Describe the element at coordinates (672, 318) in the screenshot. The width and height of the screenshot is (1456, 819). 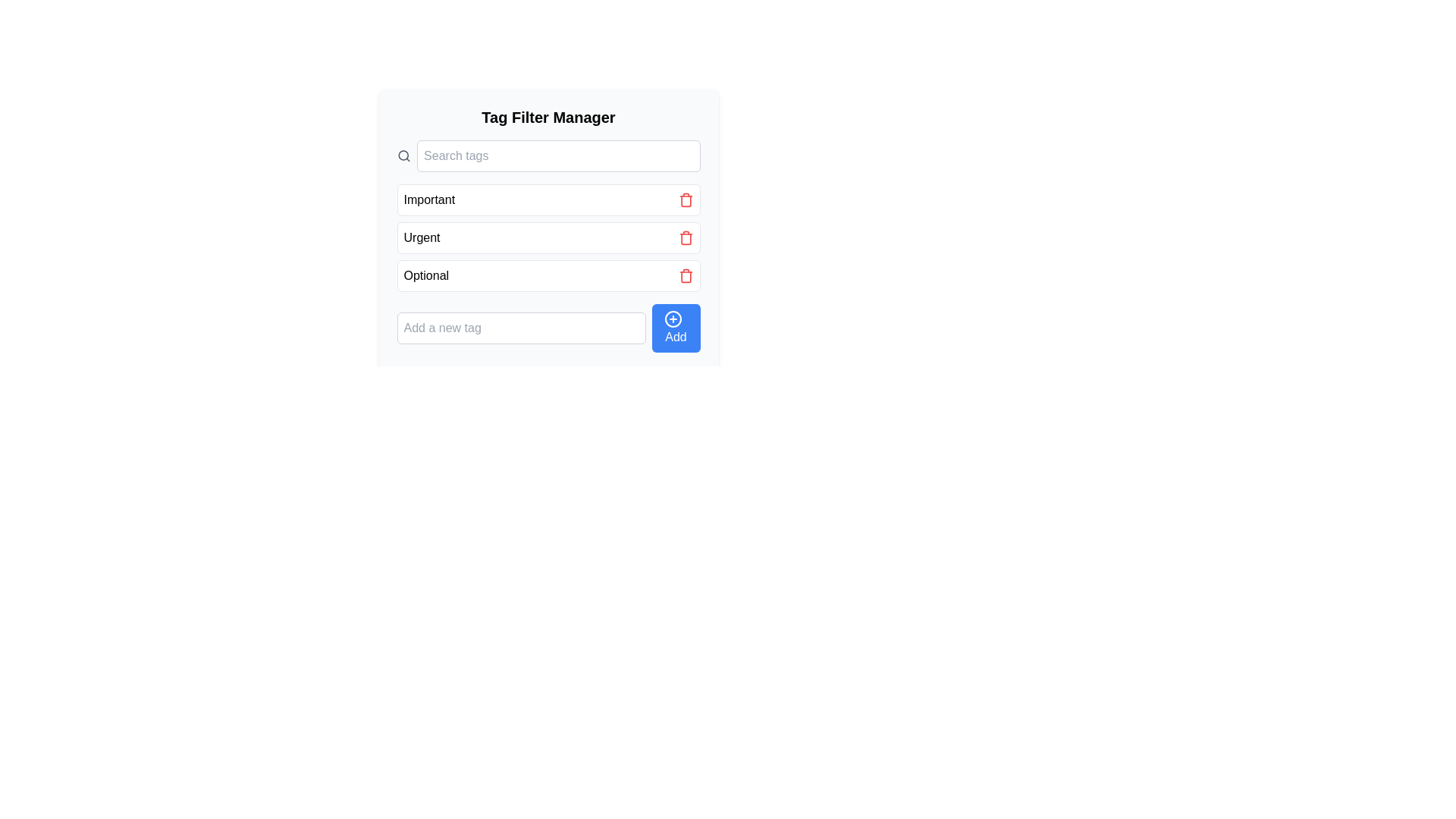
I see `the decorative icon of the 'Add' button, which is positioned to the left of the button and below other text input fields` at that location.